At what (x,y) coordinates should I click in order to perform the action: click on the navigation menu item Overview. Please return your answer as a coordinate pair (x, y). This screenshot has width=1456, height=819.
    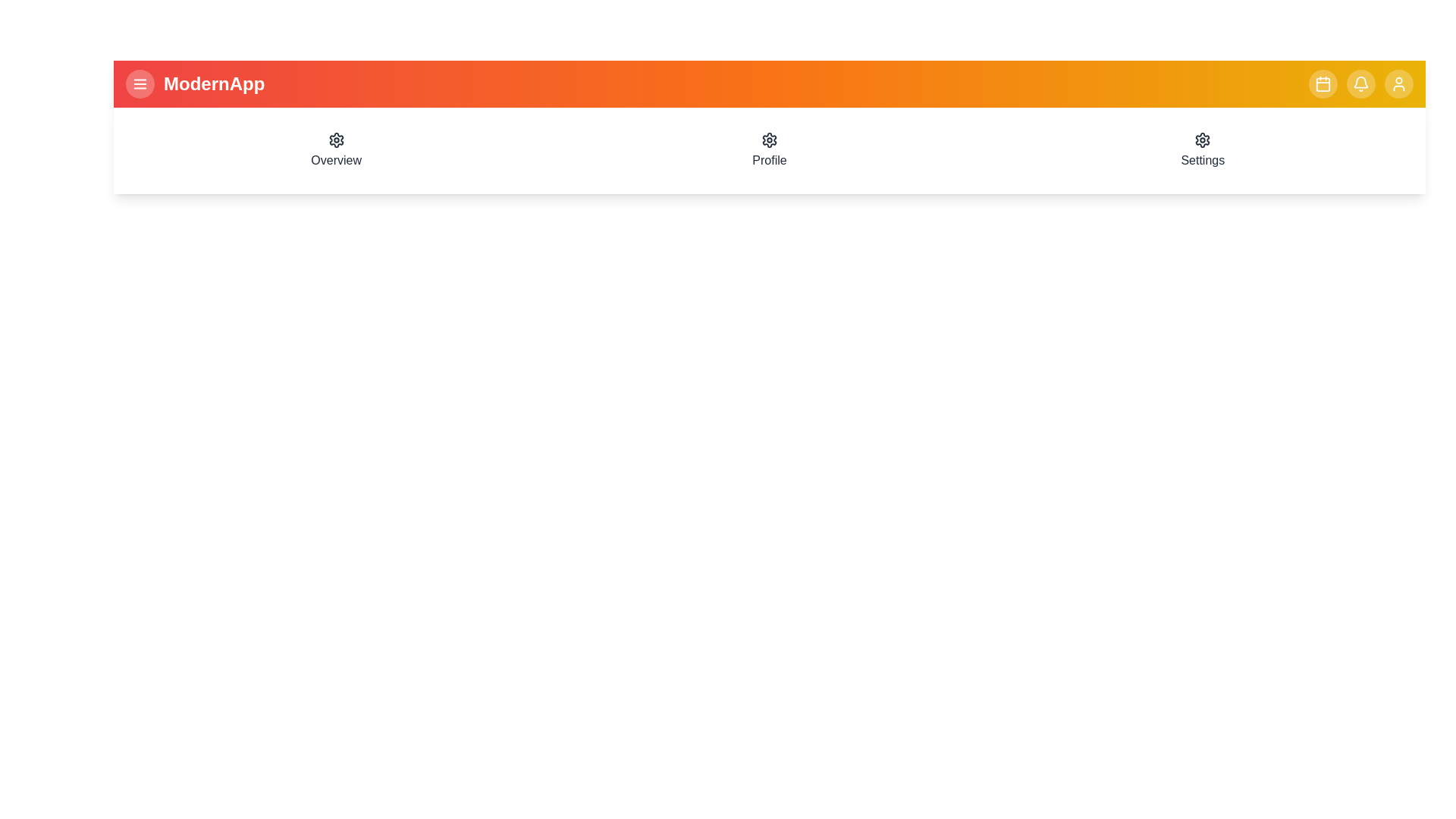
    Looking at the image, I should click on (335, 151).